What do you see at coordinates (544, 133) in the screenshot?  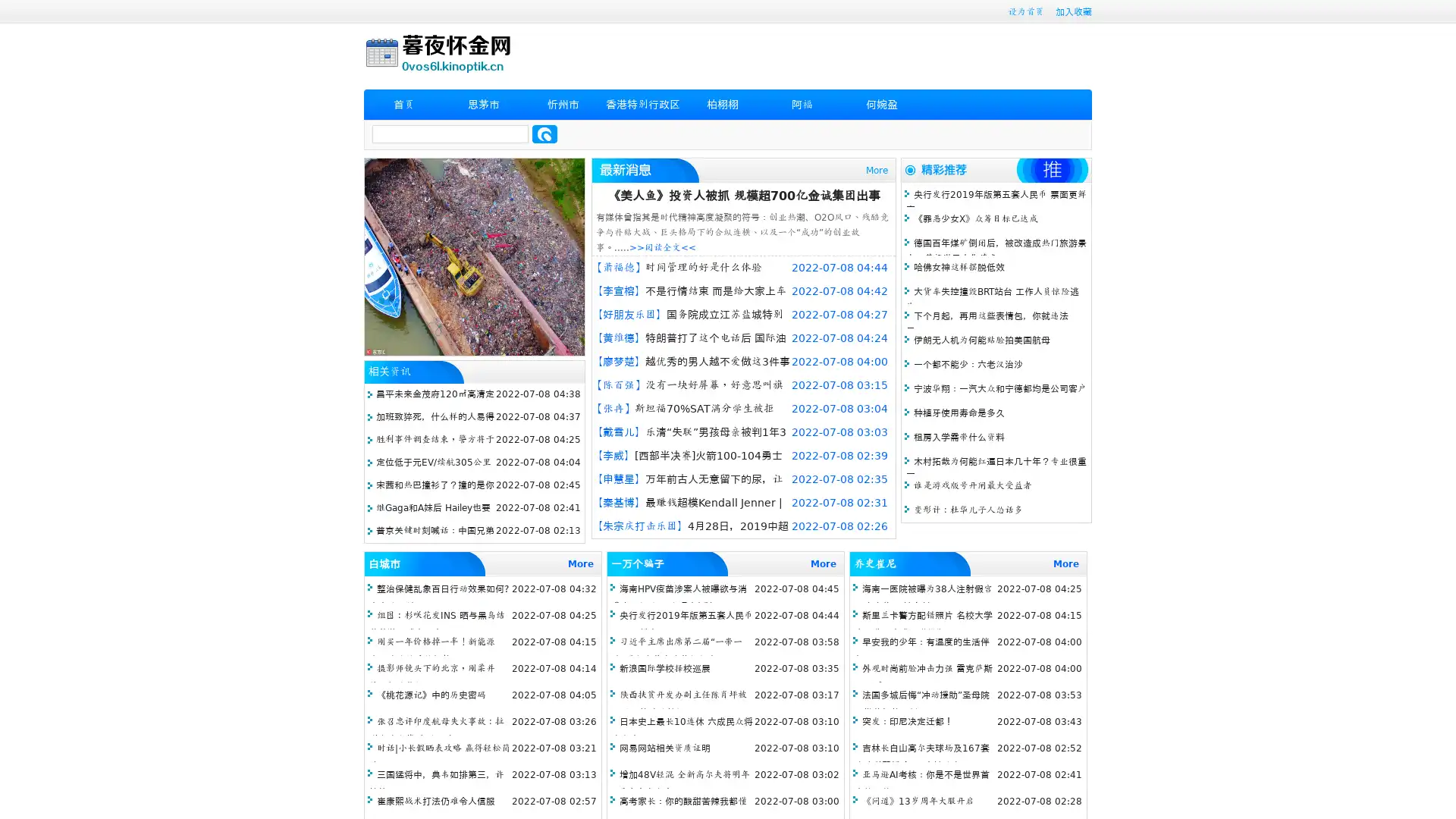 I see `Search` at bounding box center [544, 133].